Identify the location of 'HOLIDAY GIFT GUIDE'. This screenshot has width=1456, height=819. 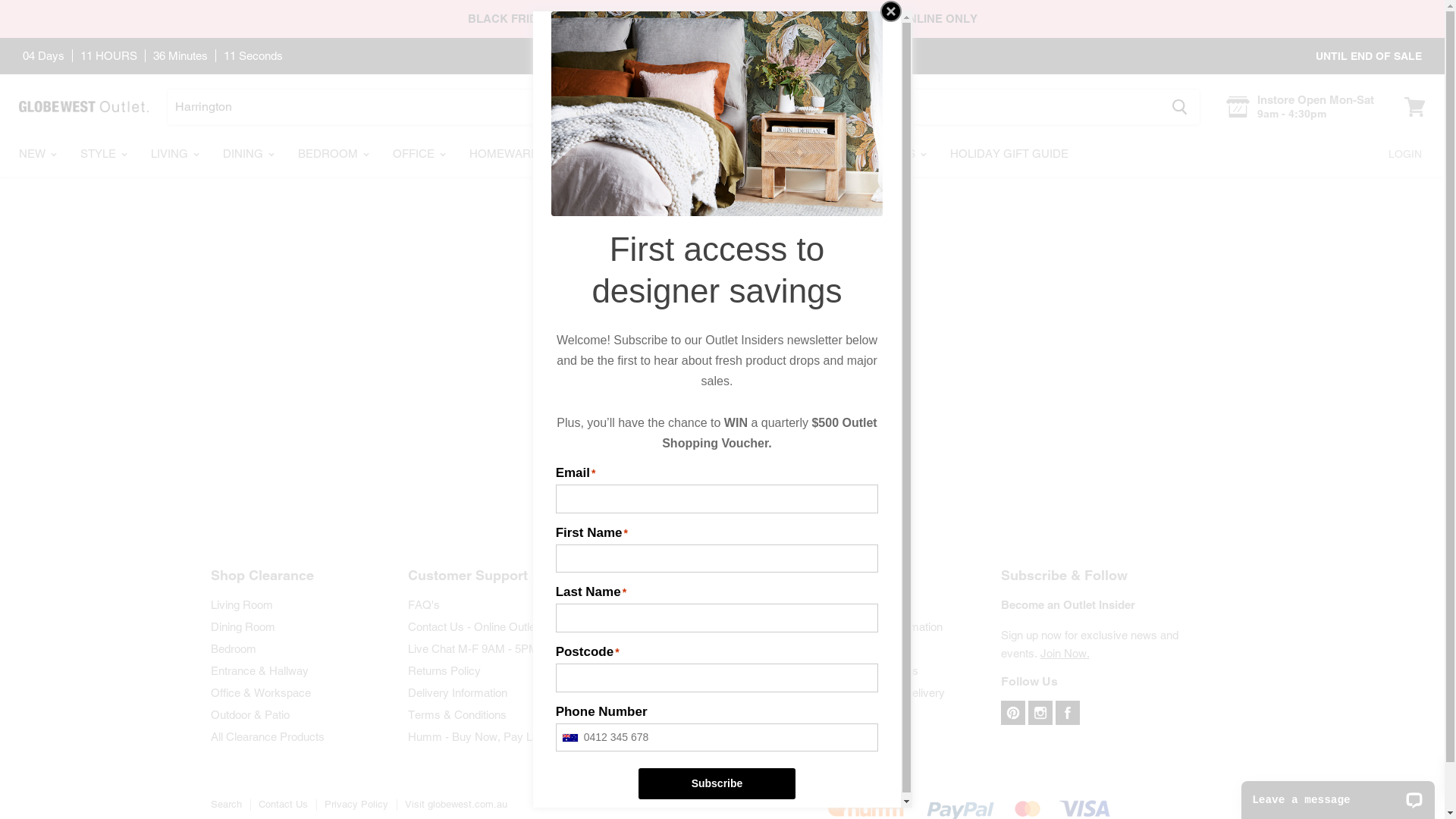
(938, 154).